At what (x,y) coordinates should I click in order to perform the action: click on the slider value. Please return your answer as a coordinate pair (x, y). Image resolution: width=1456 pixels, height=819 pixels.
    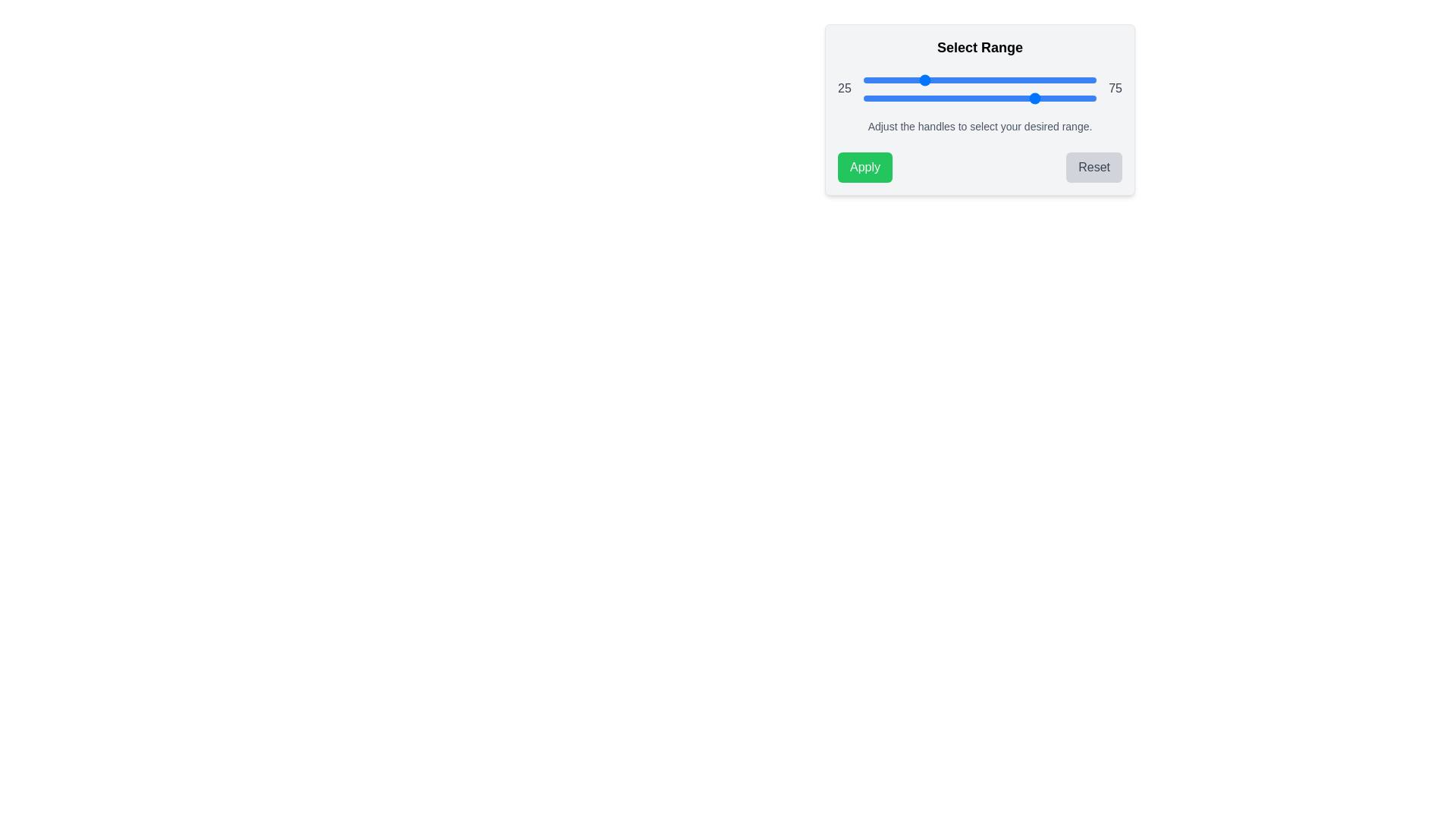
    Looking at the image, I should click on (1086, 99).